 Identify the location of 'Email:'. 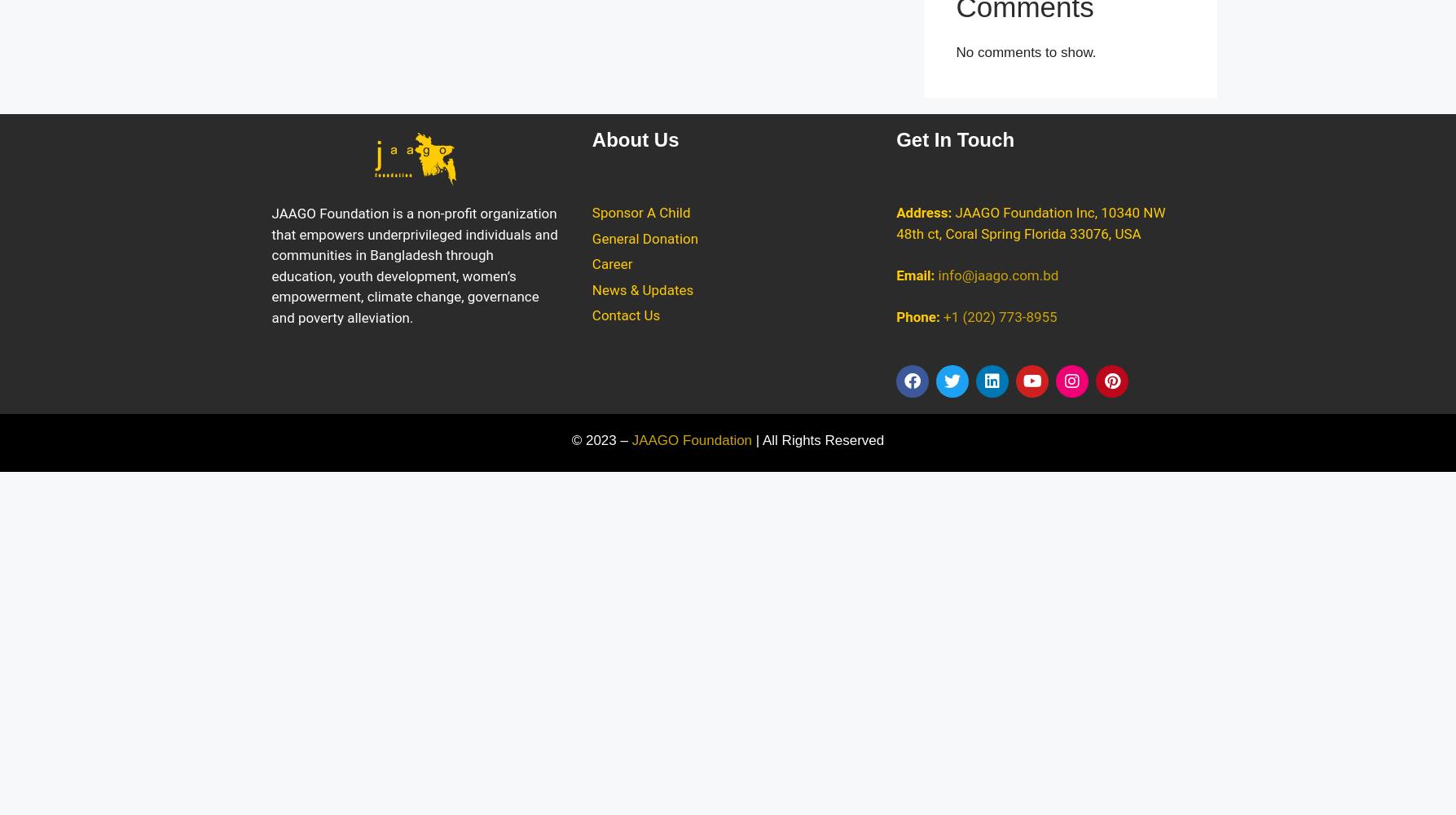
(915, 274).